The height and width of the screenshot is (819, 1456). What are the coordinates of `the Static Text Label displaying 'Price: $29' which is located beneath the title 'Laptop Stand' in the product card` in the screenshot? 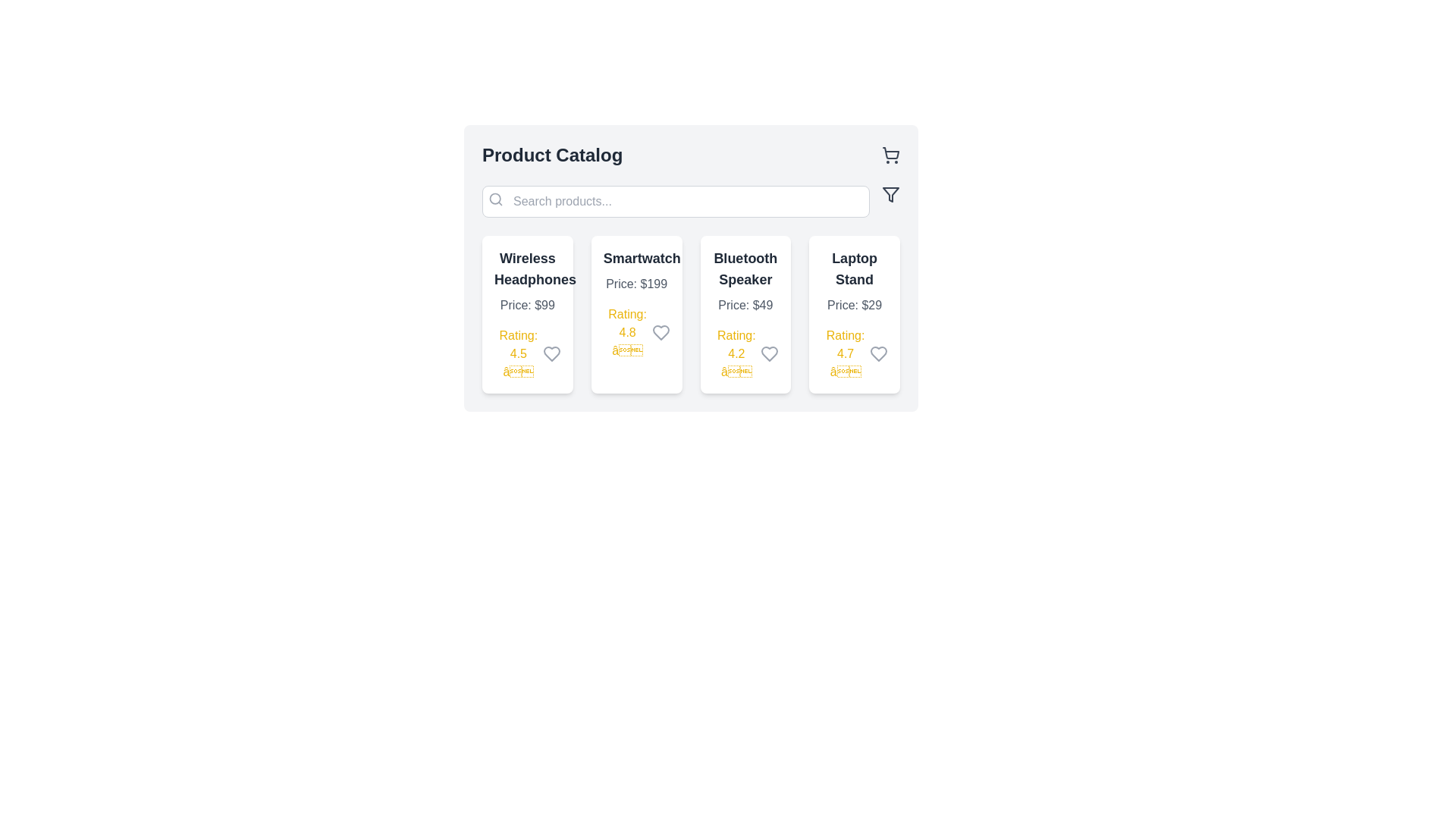 It's located at (855, 305).